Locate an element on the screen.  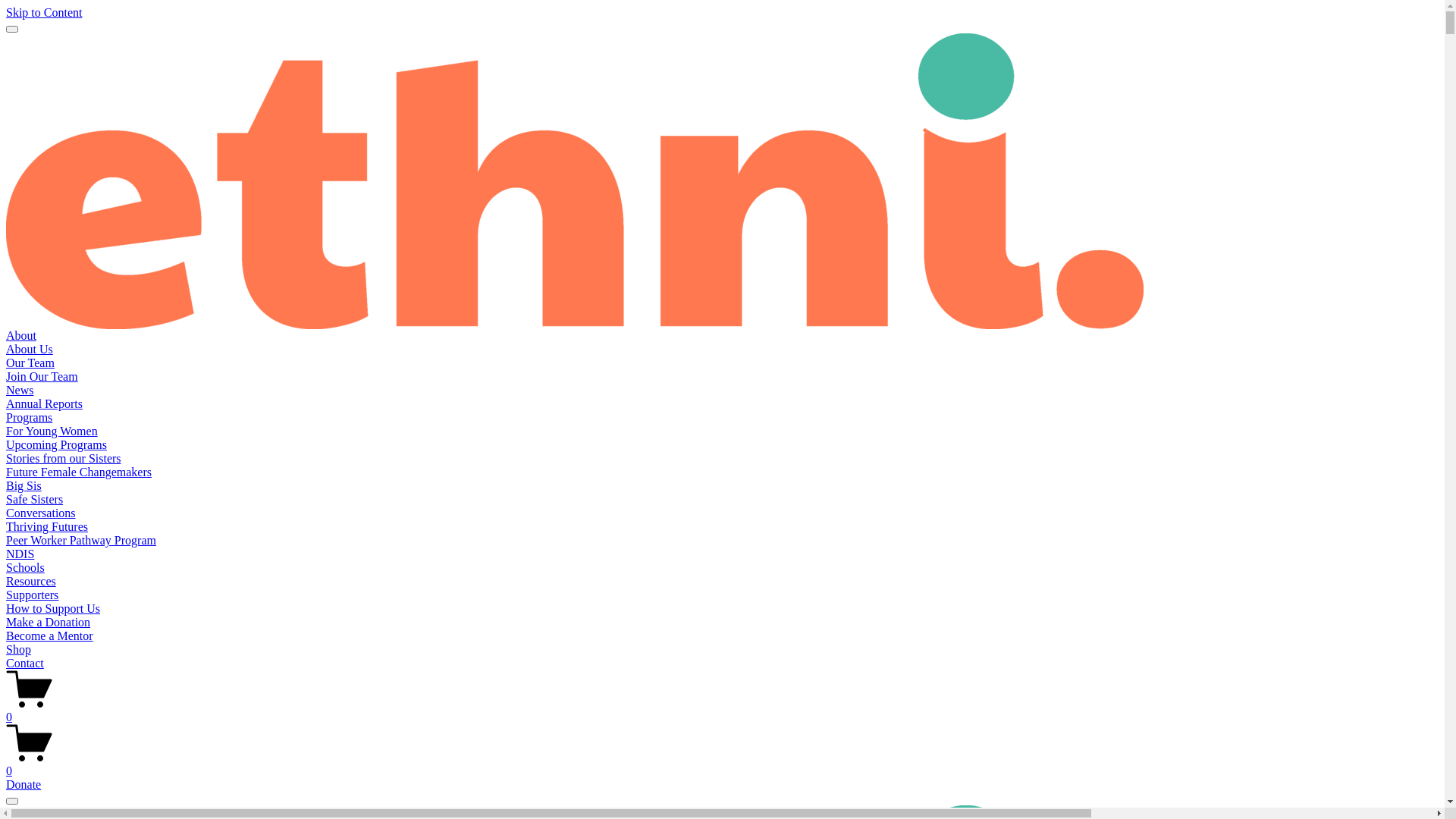
'Donate' is located at coordinates (23, 784).